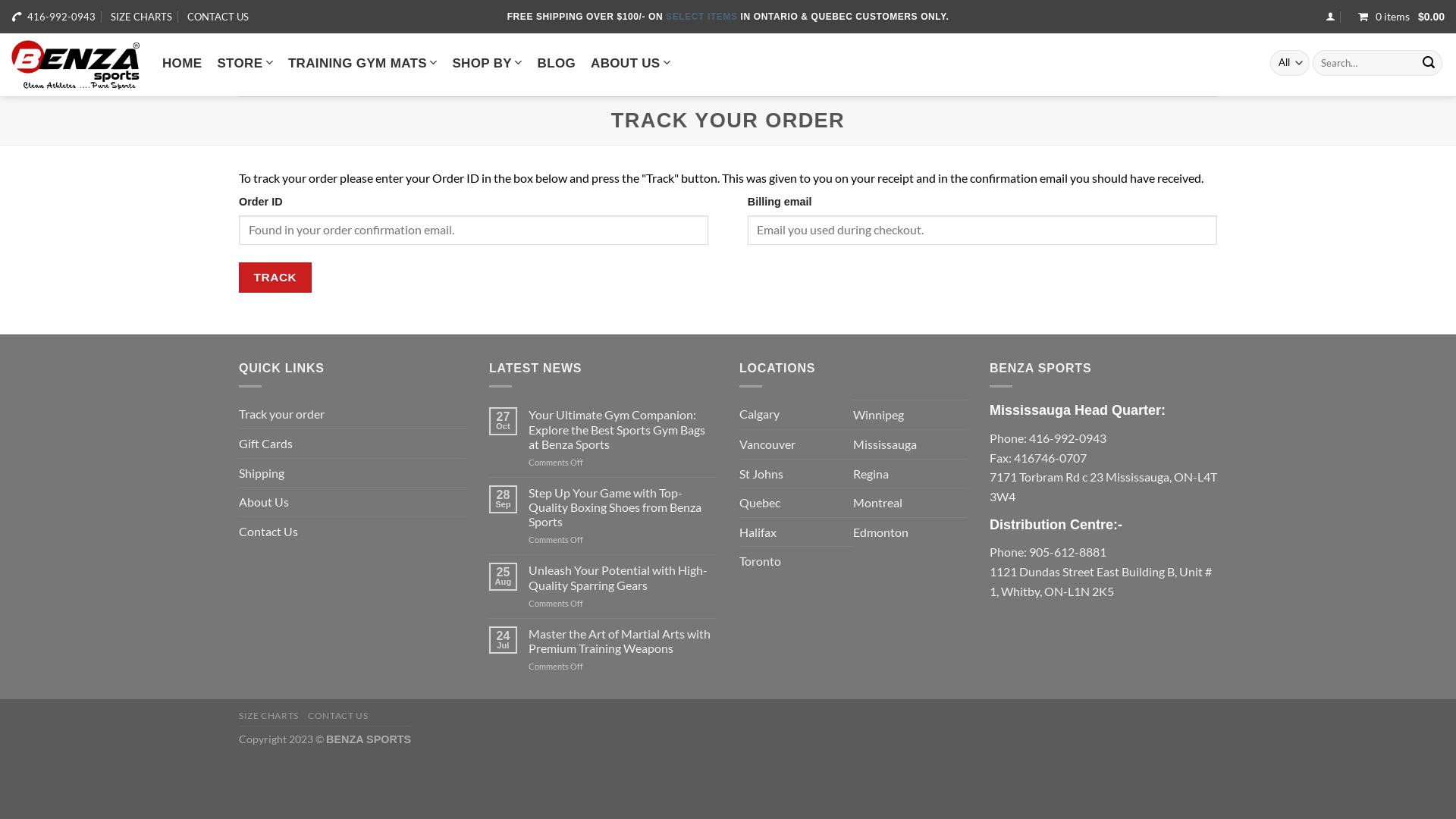  What do you see at coordinates (880, 532) in the screenshot?
I see `'Edmonton'` at bounding box center [880, 532].